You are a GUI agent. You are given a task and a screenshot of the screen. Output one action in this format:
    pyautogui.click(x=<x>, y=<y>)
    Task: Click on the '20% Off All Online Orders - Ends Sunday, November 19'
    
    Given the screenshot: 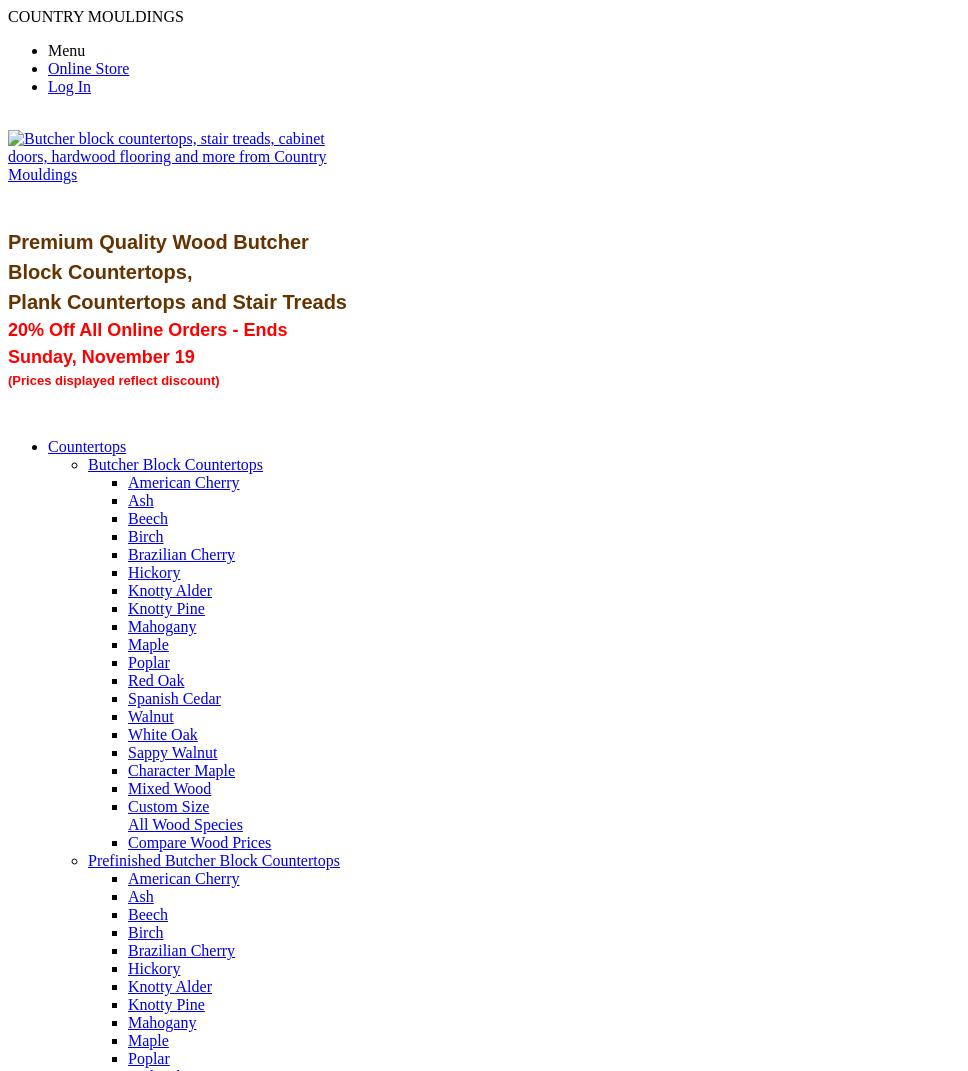 What is the action you would take?
    pyautogui.click(x=8, y=342)
    